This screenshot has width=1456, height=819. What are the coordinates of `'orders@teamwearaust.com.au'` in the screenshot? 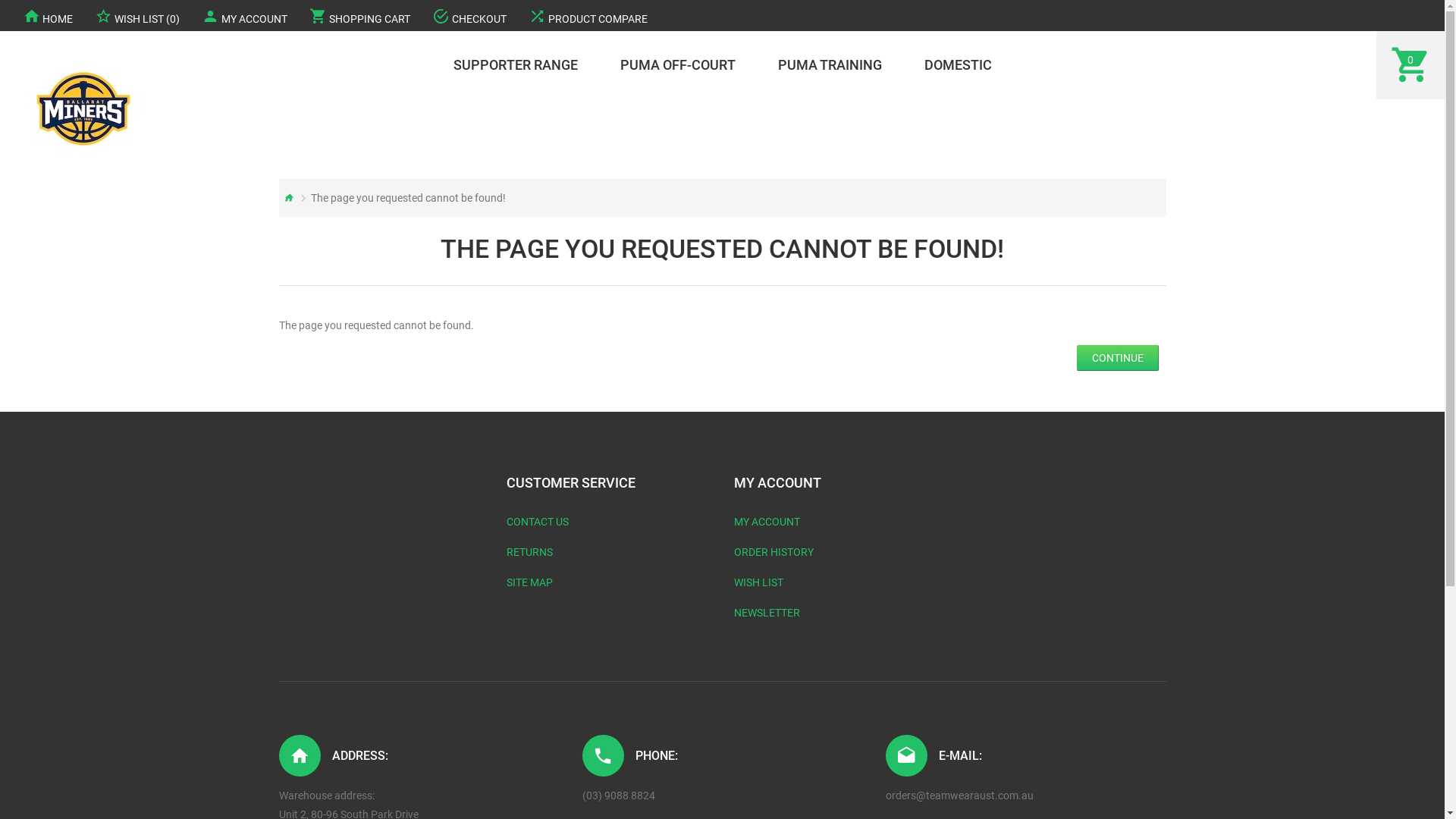 It's located at (959, 795).